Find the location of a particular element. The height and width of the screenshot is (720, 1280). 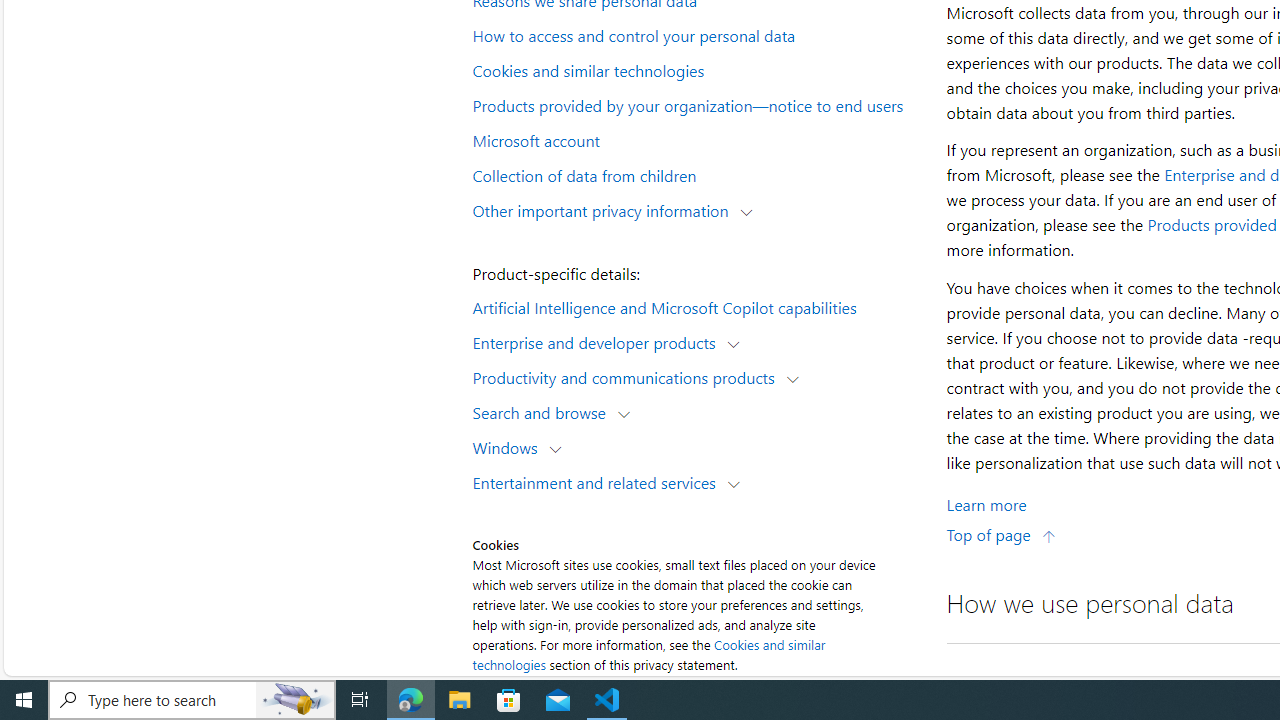

'Productivity and communications products' is located at coordinates (627, 376).